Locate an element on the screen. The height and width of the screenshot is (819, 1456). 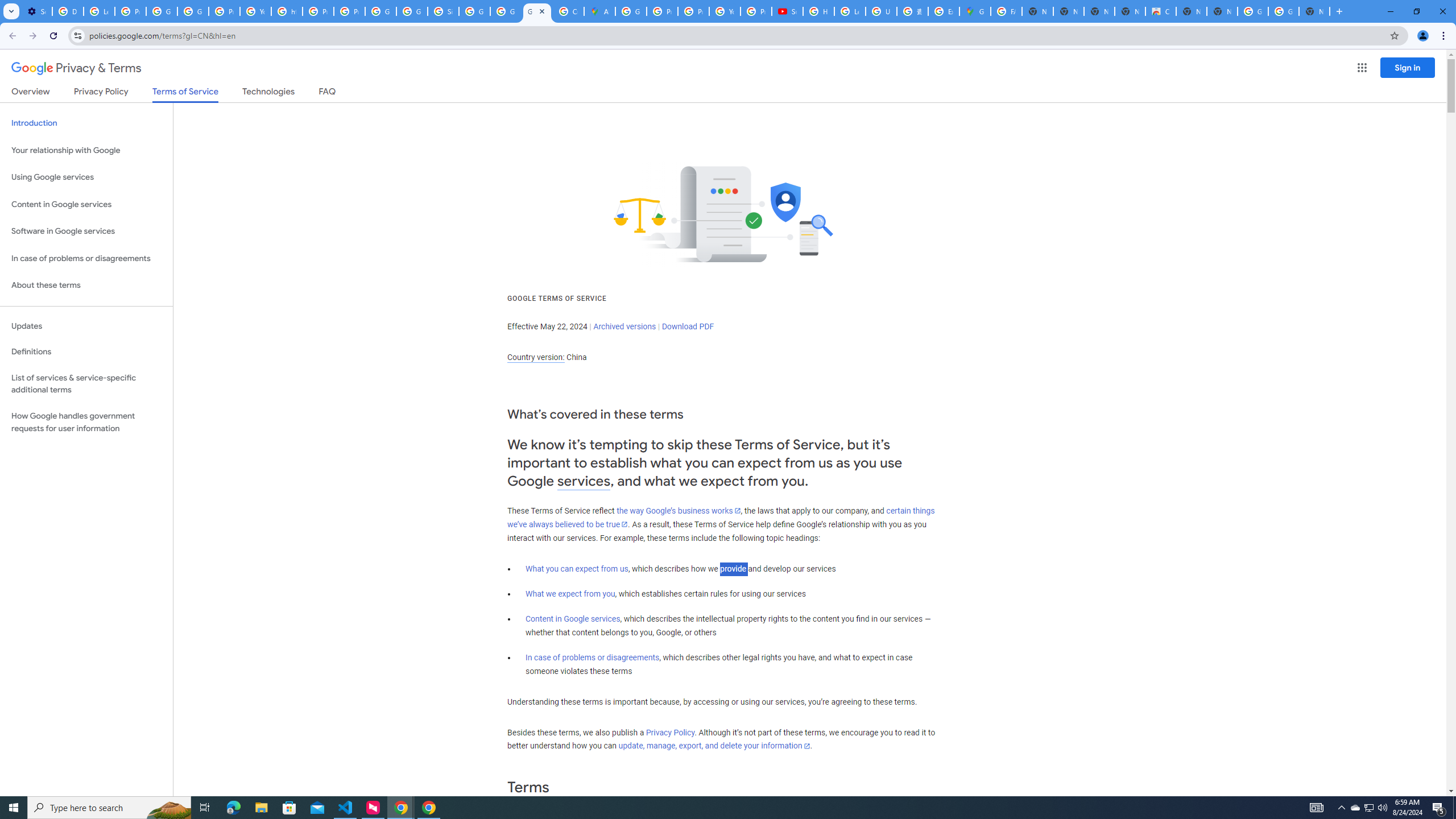
'Create your Google Account' is located at coordinates (568, 11).